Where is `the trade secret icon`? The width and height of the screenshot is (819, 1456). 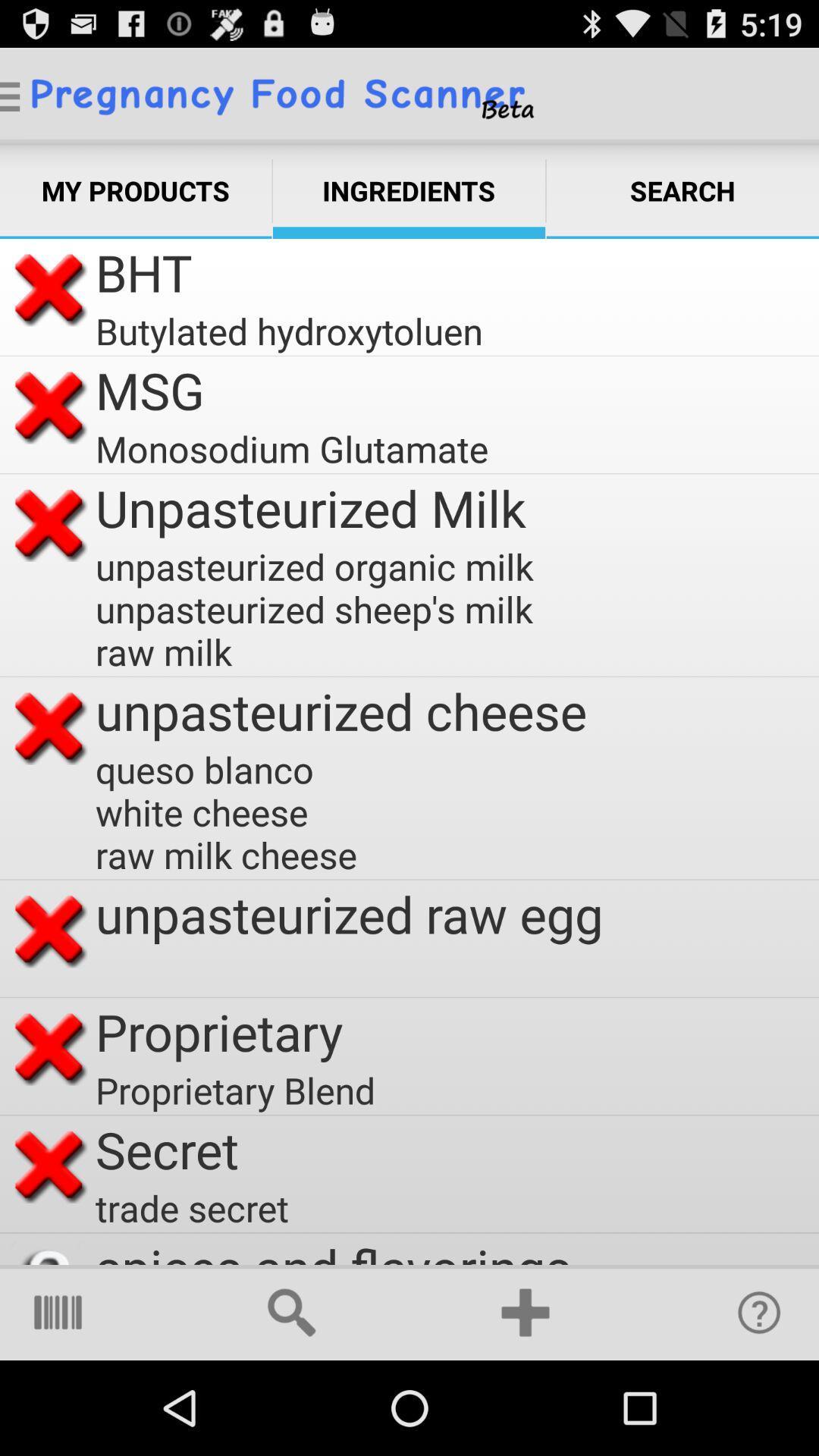
the trade secret icon is located at coordinates (191, 1207).